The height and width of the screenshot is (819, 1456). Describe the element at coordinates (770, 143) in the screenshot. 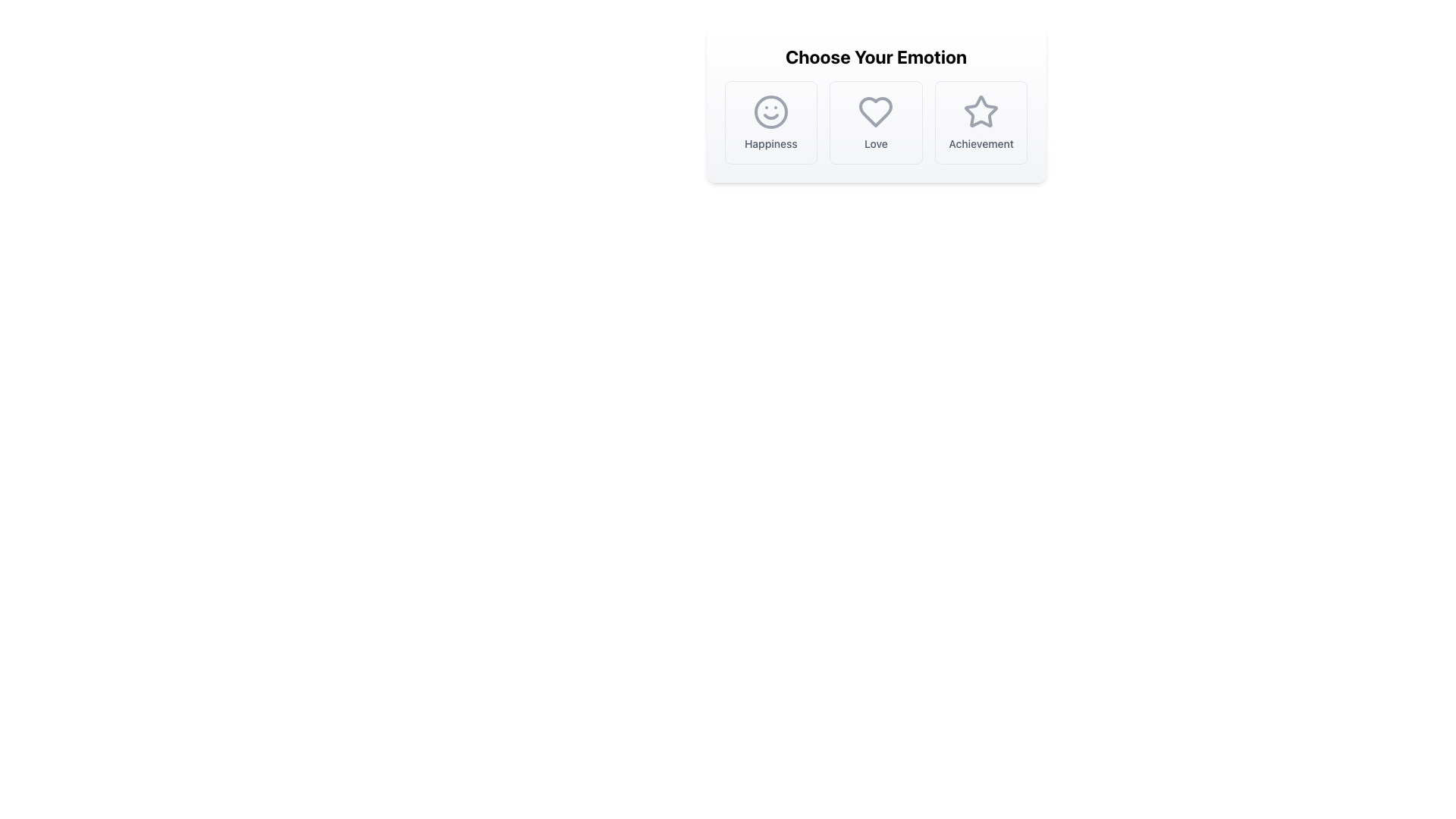

I see `the Text Label that indicates 'Happiness', located below the smiling face icon in the first option card of a horizontally aligned group of cards` at that location.